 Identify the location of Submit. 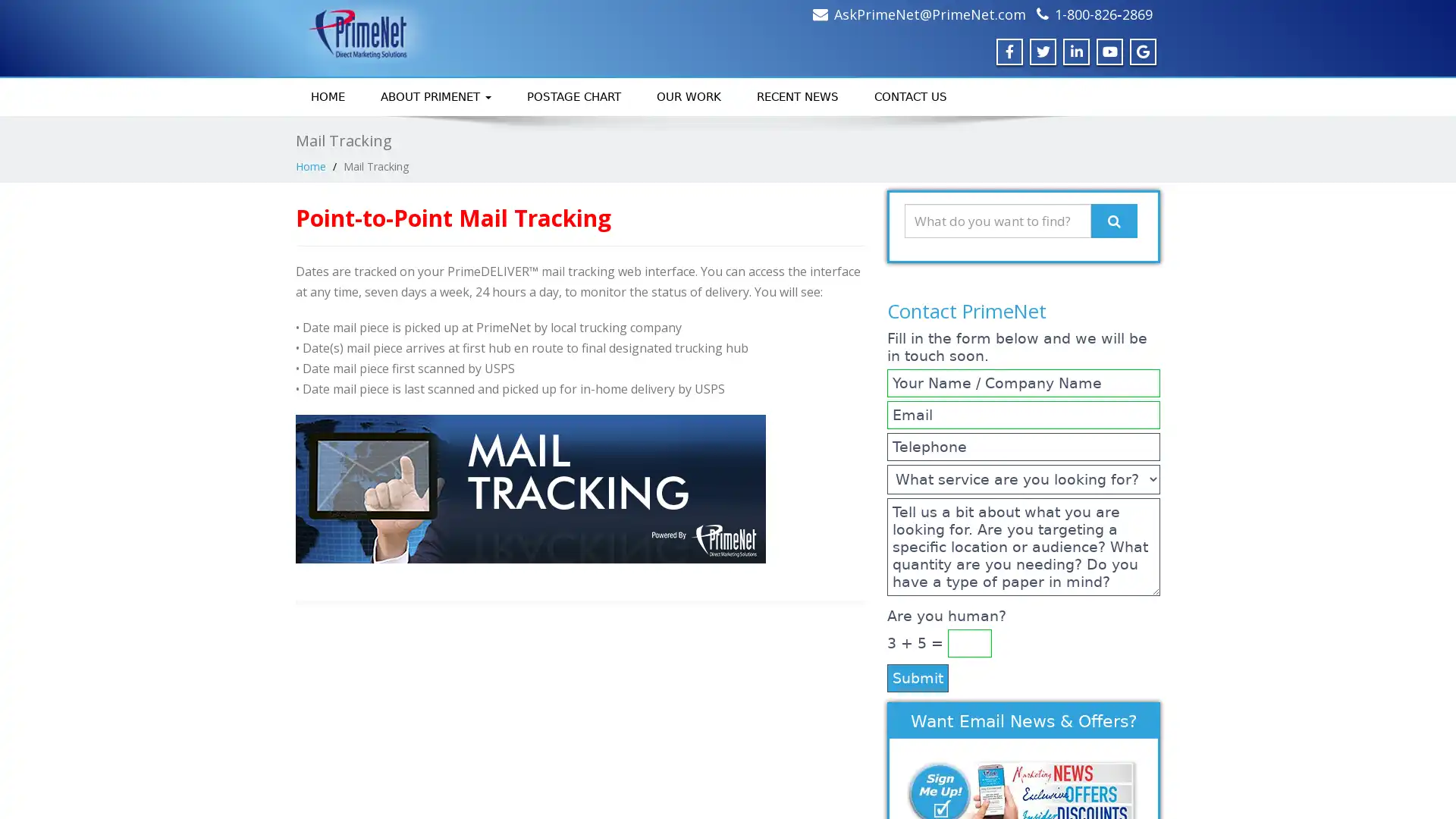
(917, 676).